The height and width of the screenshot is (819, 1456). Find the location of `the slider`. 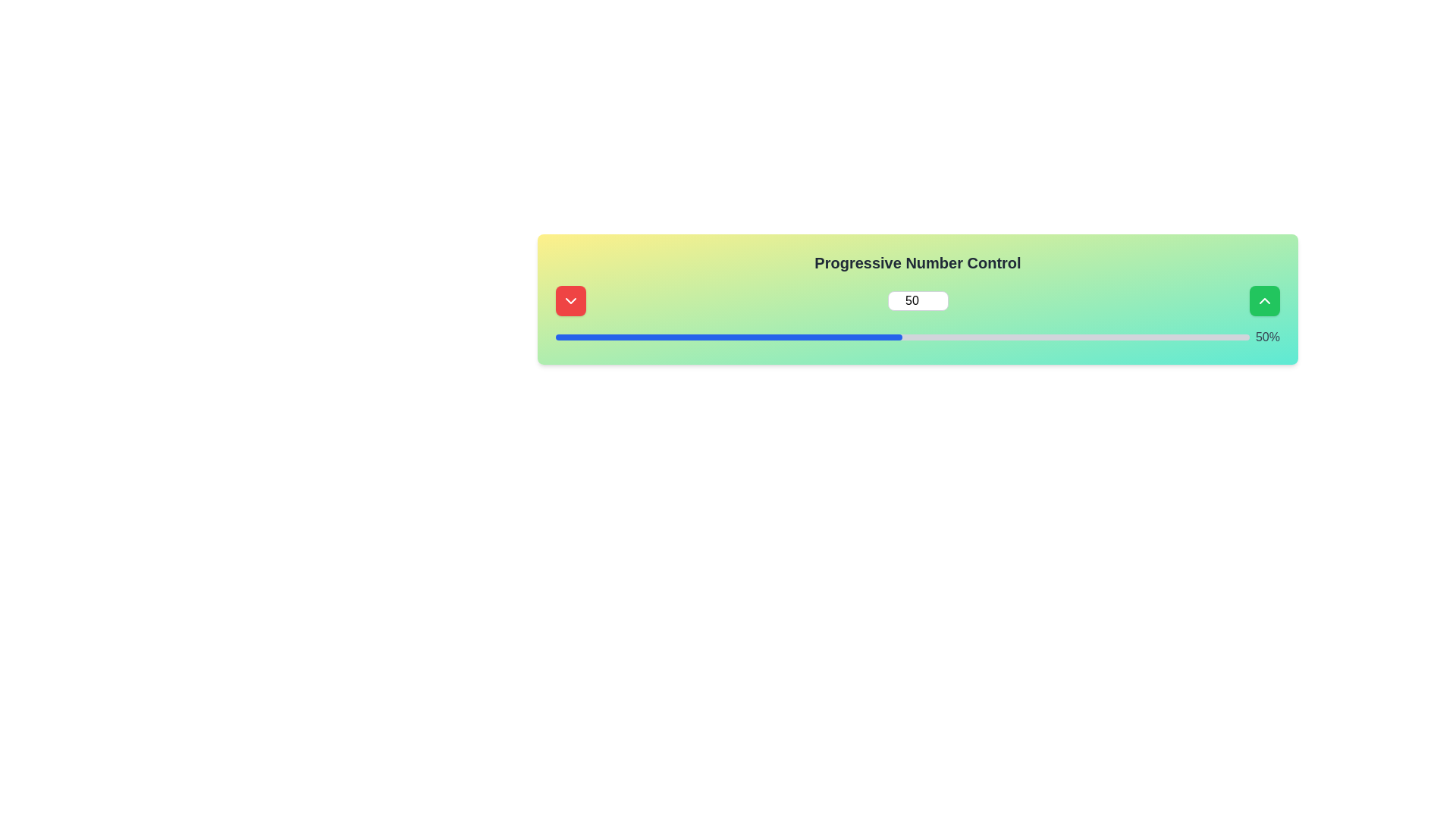

the slider is located at coordinates (701, 336).